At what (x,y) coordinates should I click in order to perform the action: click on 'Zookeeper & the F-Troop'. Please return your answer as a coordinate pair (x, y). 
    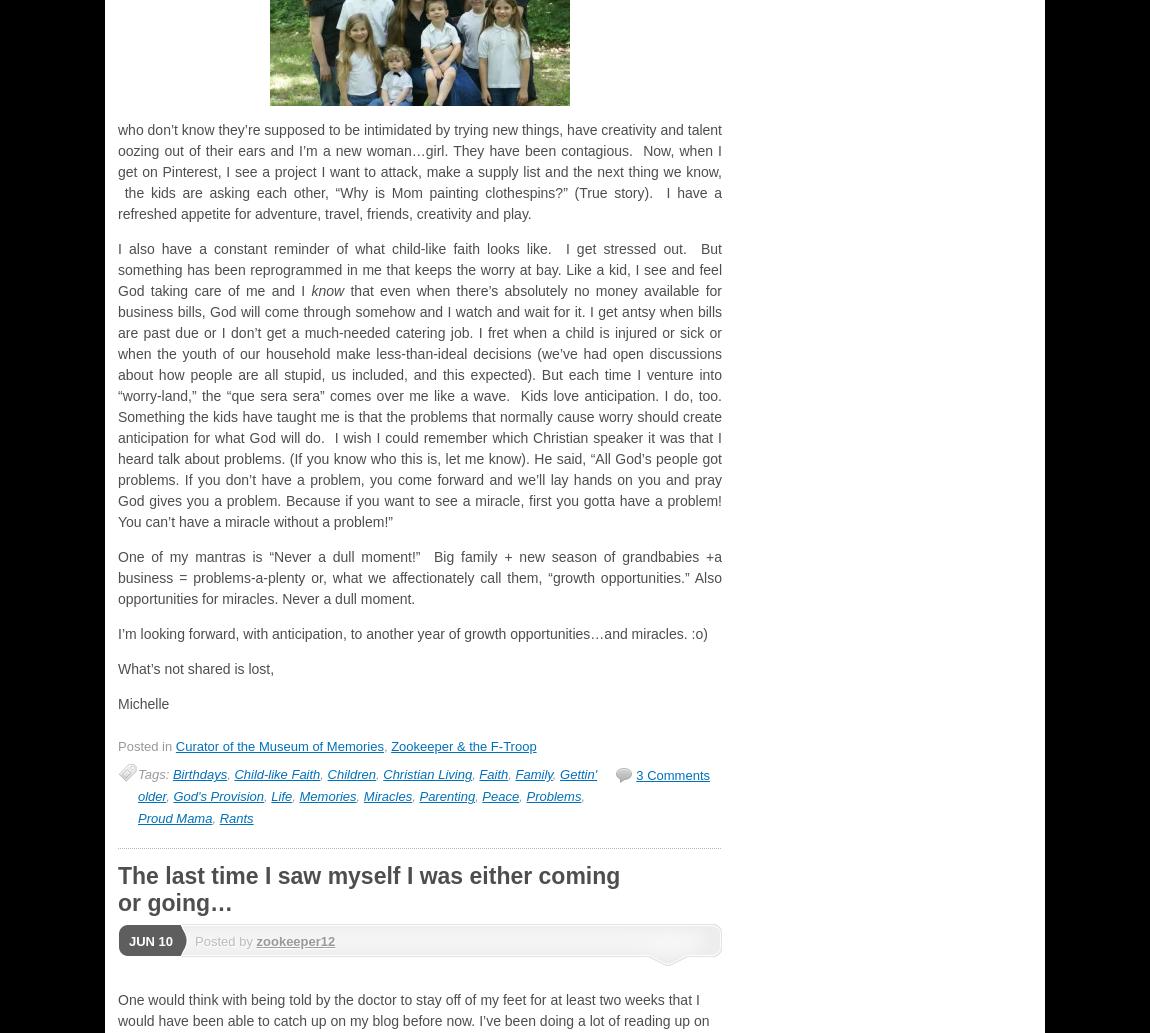
    Looking at the image, I should click on (463, 745).